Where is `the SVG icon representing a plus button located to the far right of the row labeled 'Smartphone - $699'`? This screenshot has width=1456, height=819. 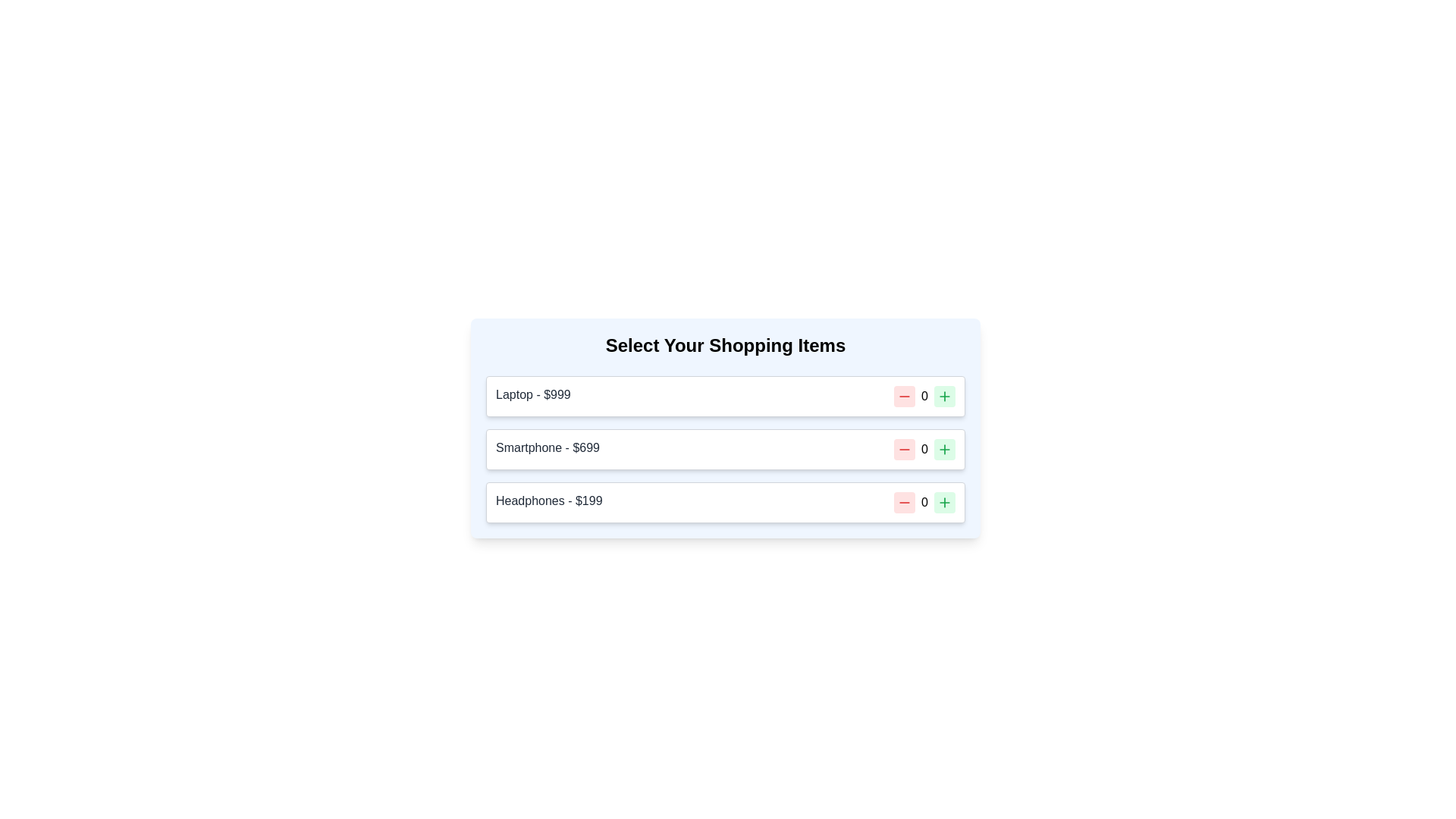 the SVG icon representing a plus button located to the far right of the row labeled 'Smartphone - $699' is located at coordinates (944, 449).